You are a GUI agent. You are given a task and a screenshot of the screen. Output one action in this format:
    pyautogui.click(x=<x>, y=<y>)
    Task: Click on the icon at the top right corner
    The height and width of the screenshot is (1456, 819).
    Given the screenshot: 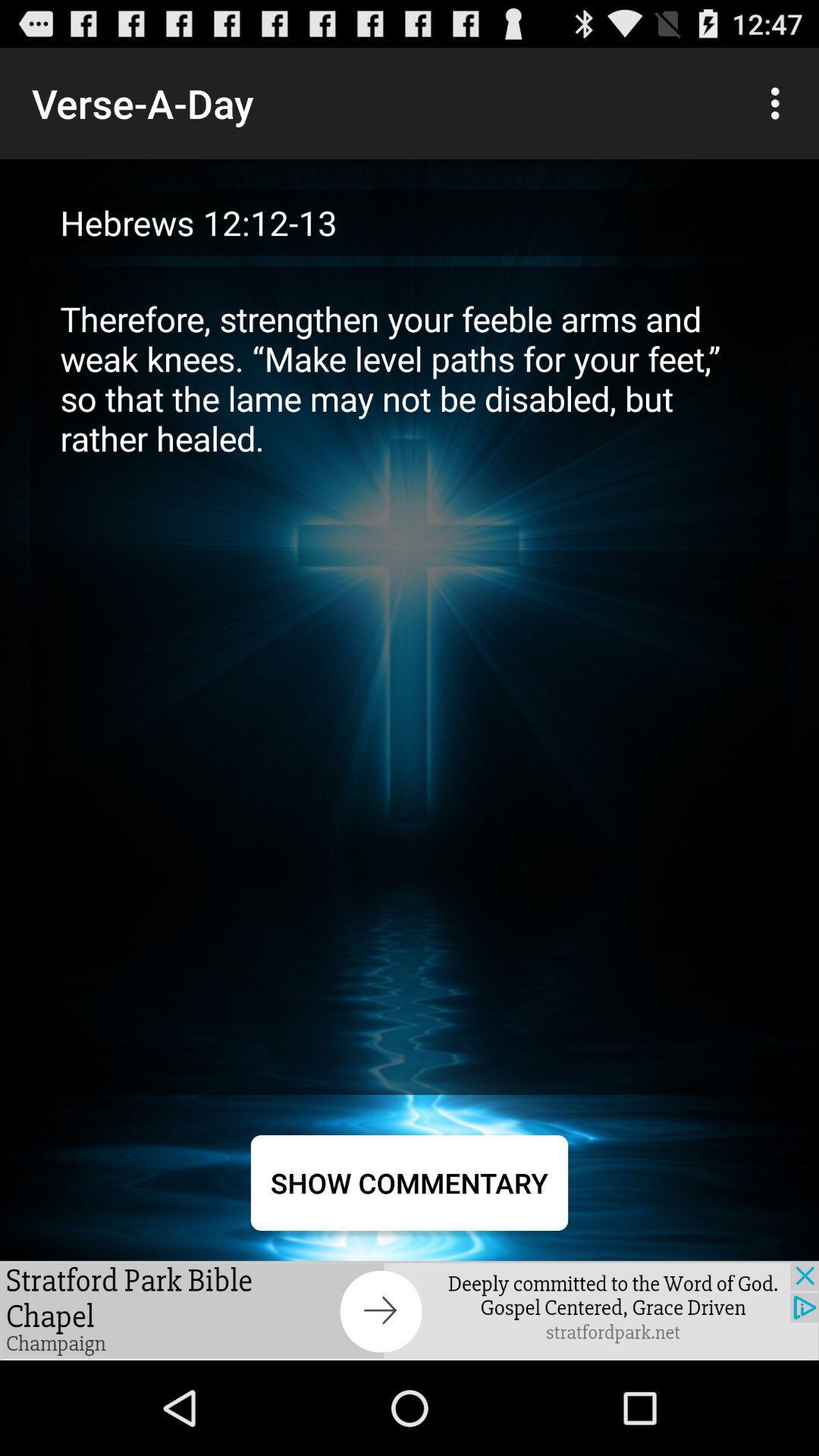 What is the action you would take?
    pyautogui.click(x=779, y=102)
    